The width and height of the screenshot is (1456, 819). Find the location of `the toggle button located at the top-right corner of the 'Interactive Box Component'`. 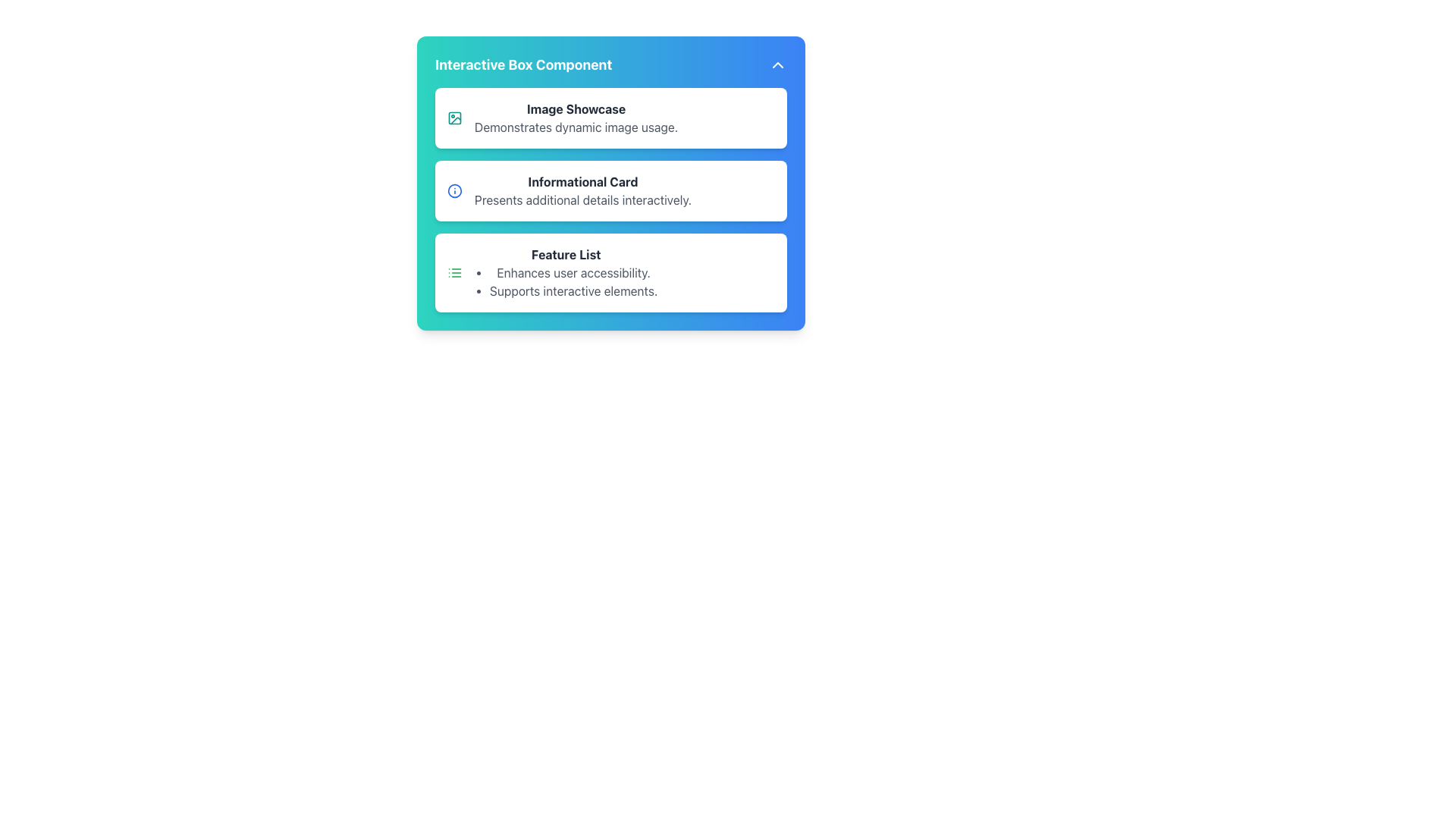

the toggle button located at the top-right corner of the 'Interactive Box Component' is located at coordinates (778, 64).